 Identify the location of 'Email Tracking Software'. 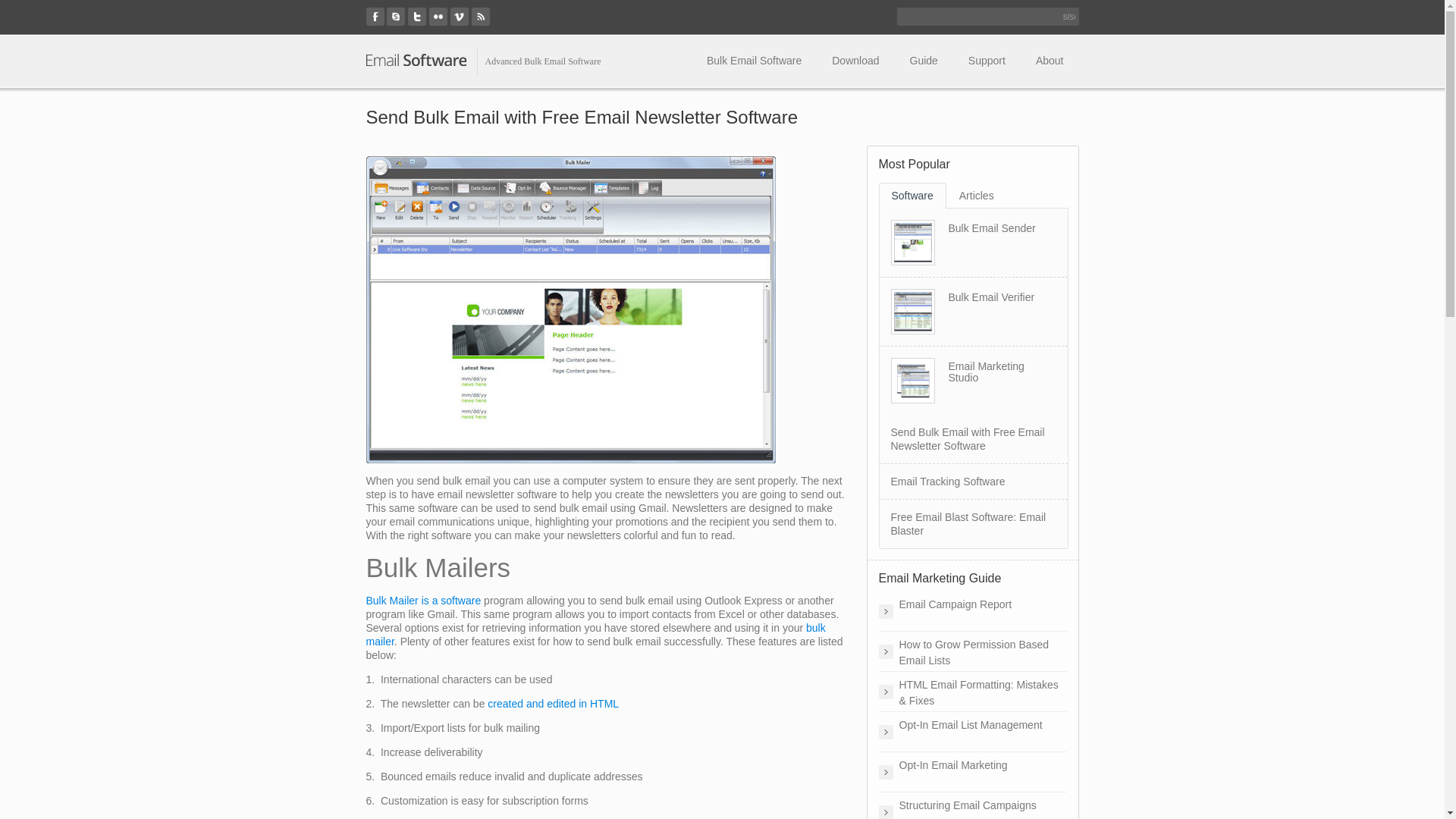
(946, 482).